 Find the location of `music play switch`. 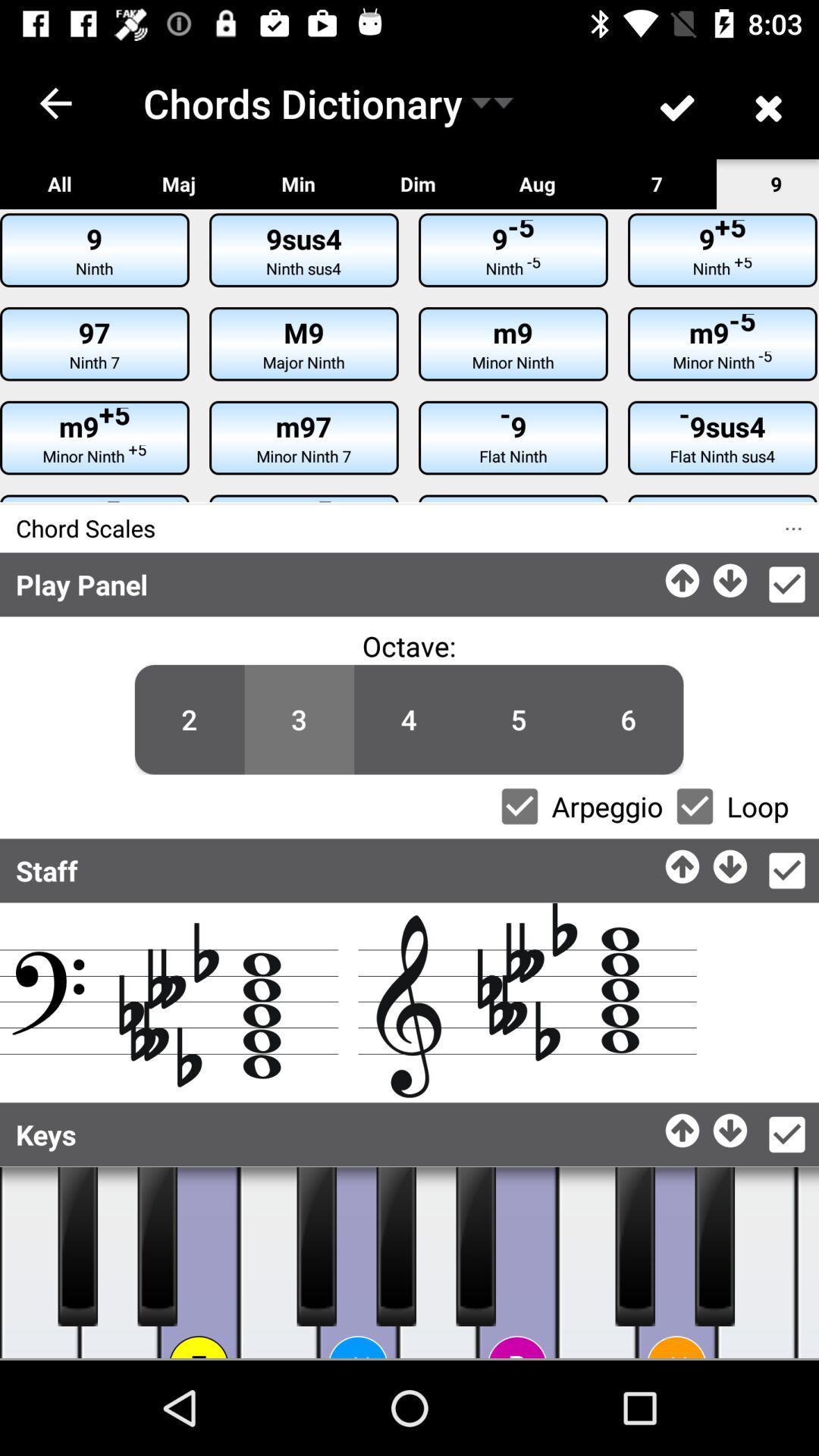

music play switch is located at coordinates (806, 1263).